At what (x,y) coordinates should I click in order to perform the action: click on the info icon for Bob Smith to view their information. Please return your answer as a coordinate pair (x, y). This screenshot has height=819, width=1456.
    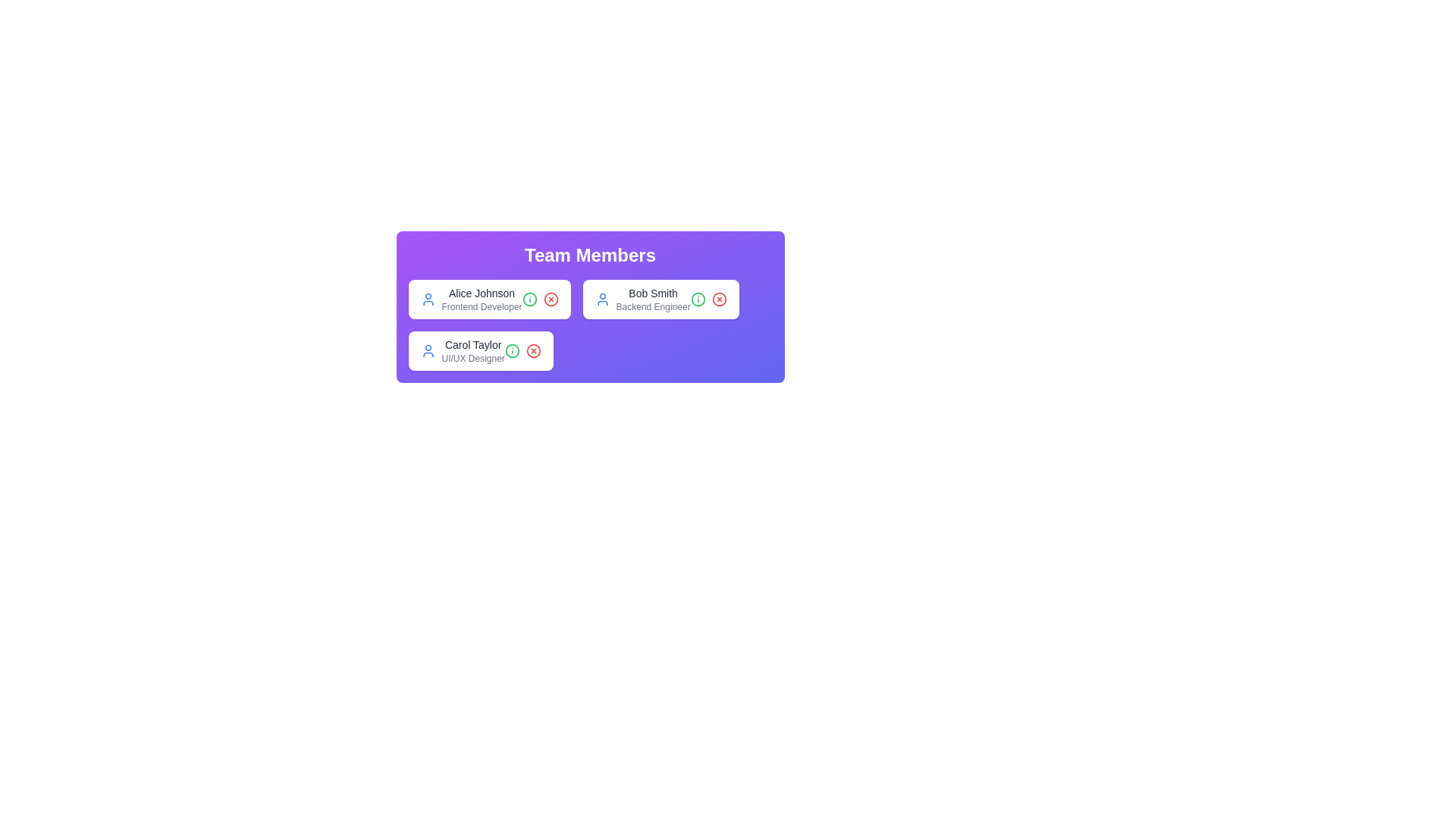
    Looking at the image, I should click on (697, 299).